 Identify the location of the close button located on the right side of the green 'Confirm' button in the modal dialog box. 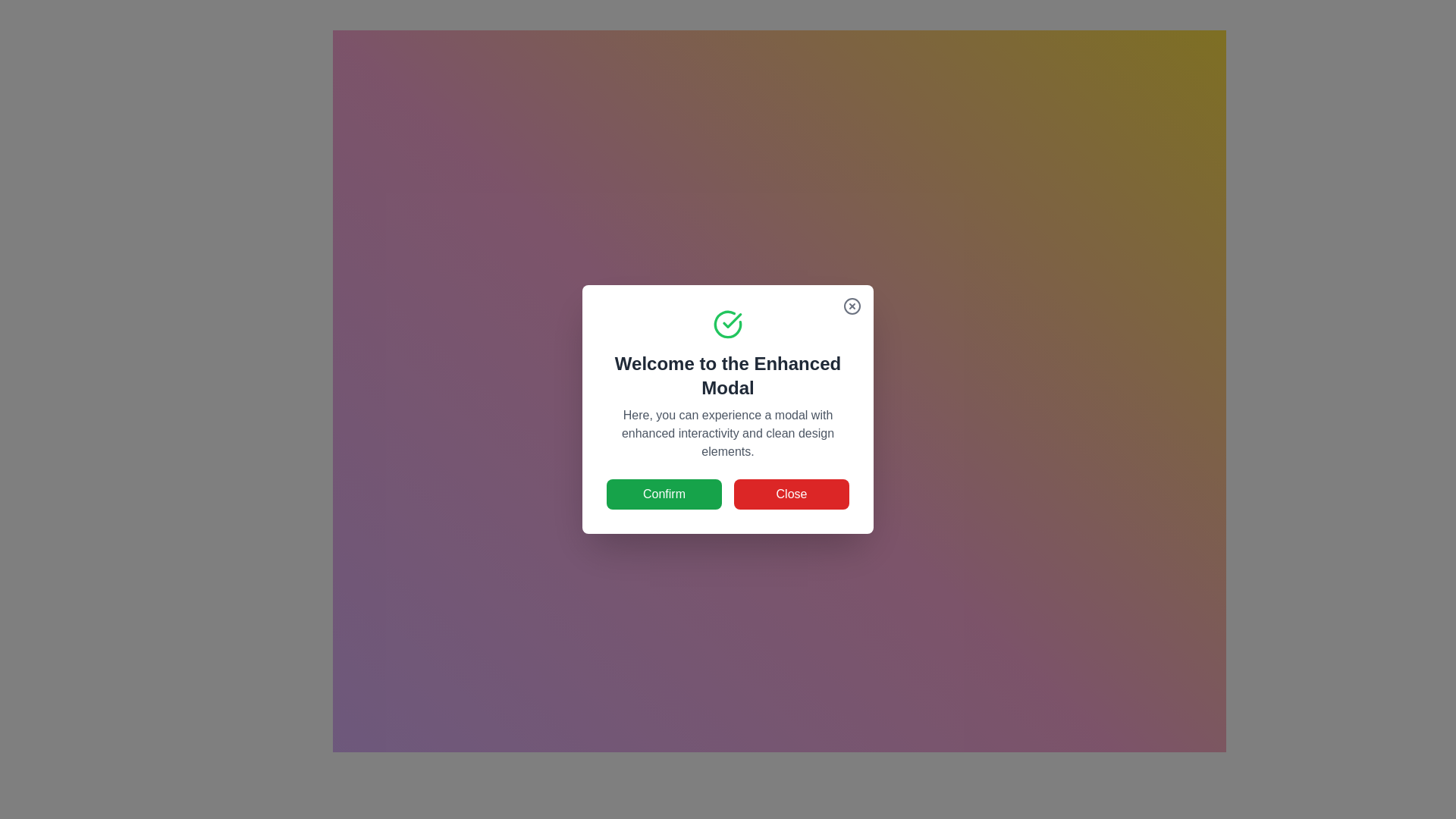
(790, 494).